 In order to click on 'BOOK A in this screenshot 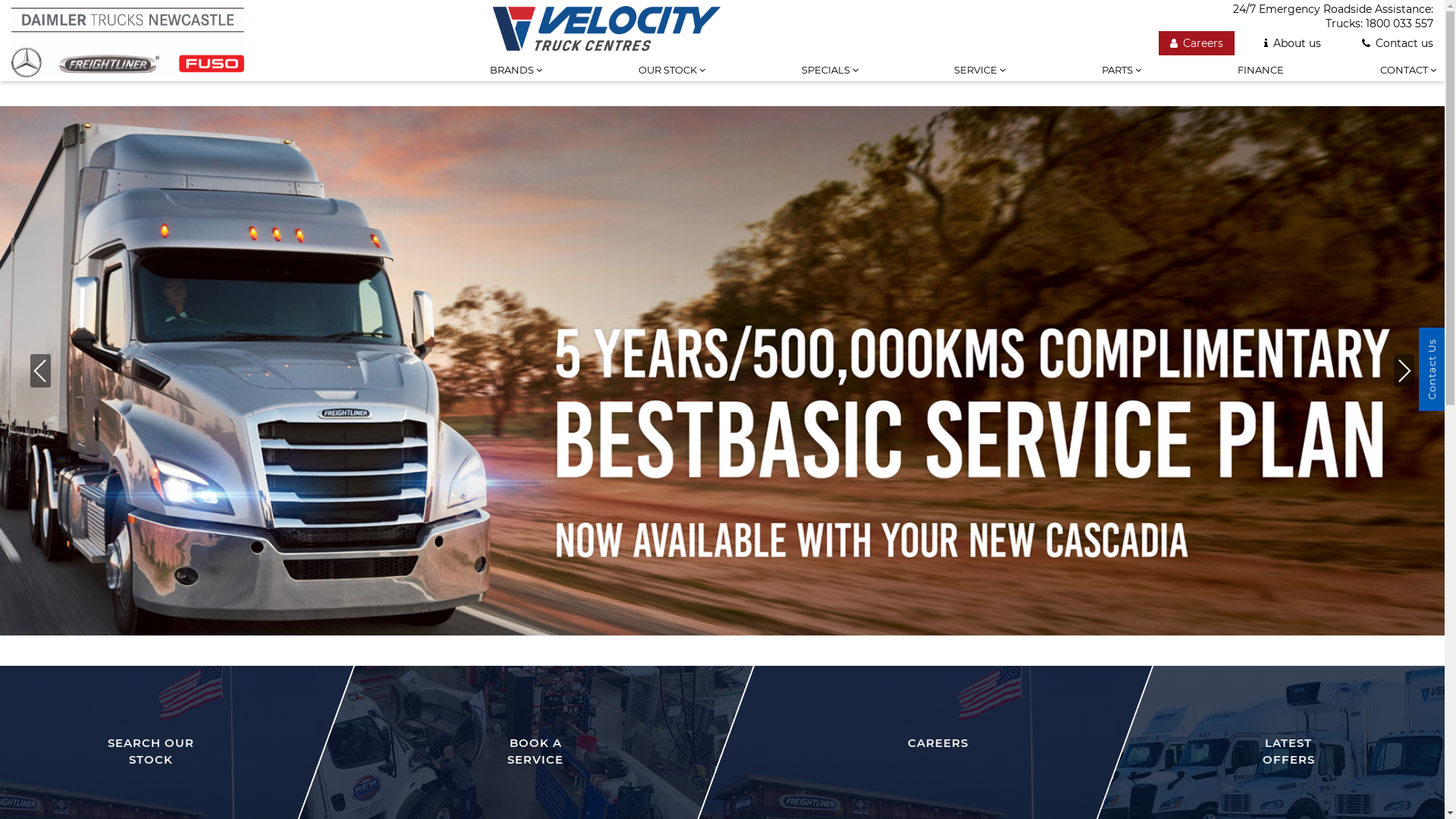, I will do `click(516, 717)`.